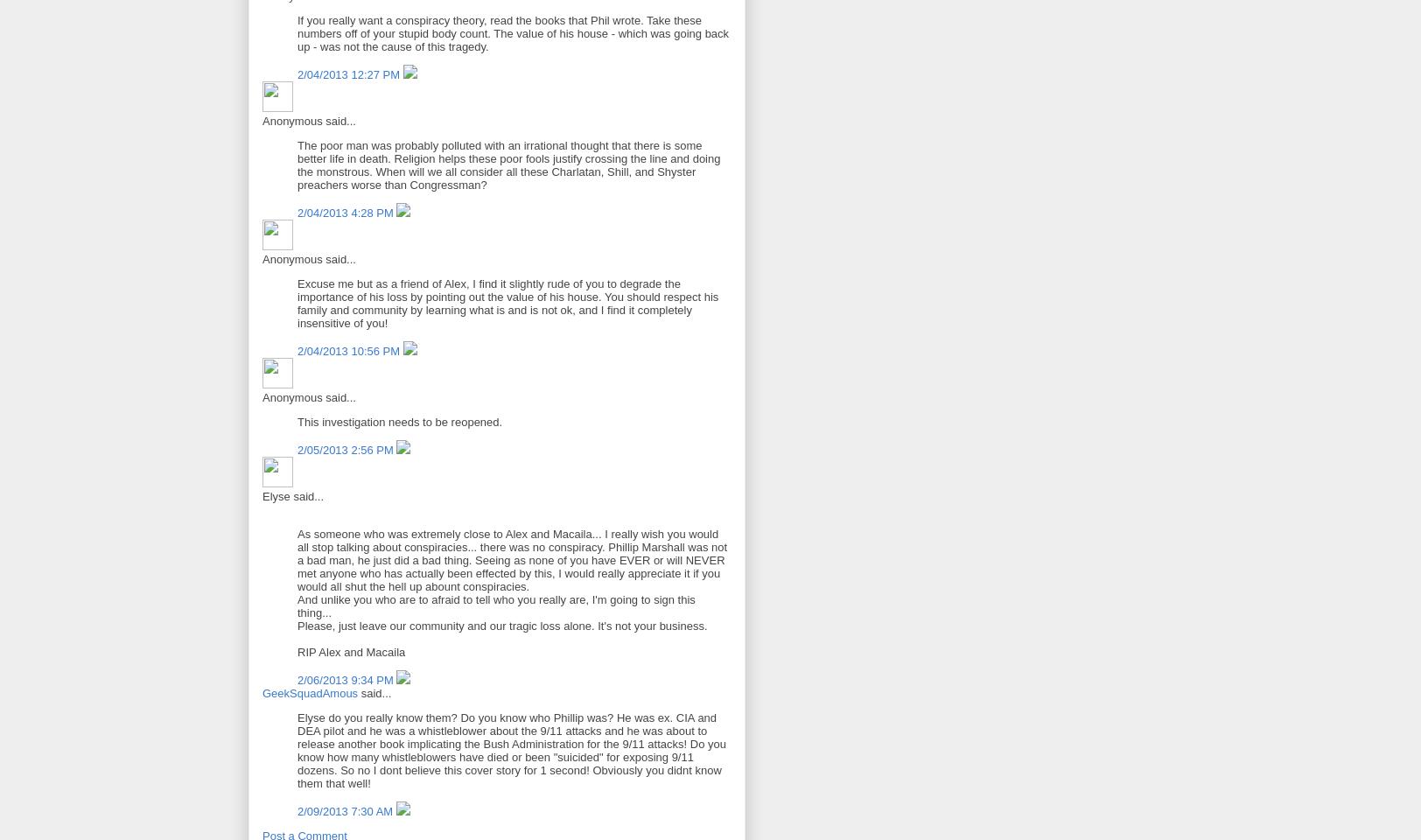 The image size is (1421, 840). I want to click on 'Elyse do you really know them? Do you know who Phillip was? He was ex. CIA and DEA pilot and he was a whistleblower about the 9/11 attacks and he was about to release another book implicating the Bush Administration for the 9/11 attacks! Do you know how many whistleblowers have died or been "suicided" for exposing 9/11 dozens. So no I dont believe this cover story for 1 second! Obviously you didnt know them that well!', so click(297, 748).